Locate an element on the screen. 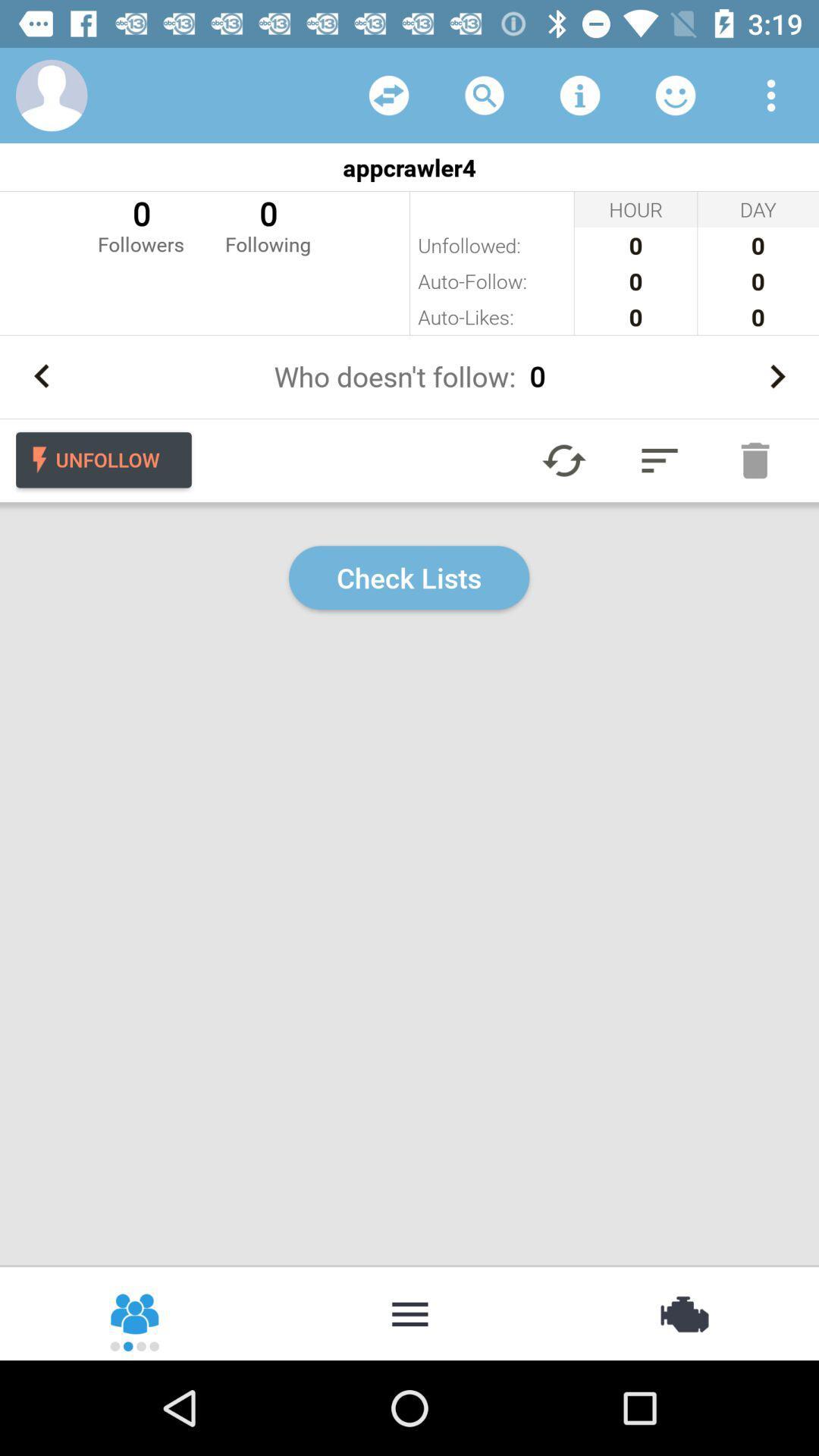  next page is located at coordinates (777, 376).